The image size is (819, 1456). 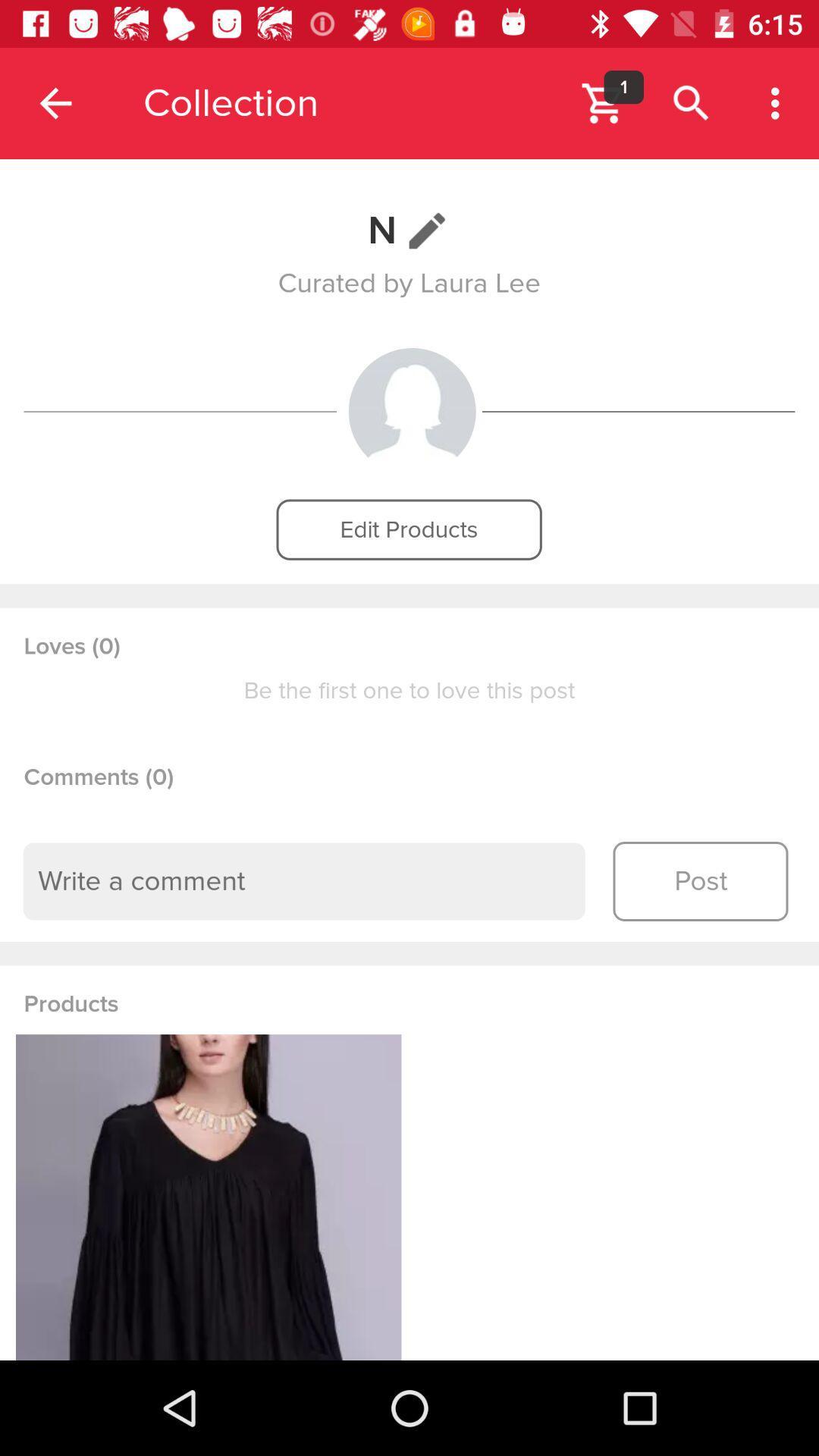 I want to click on the icon above the products item, so click(x=304, y=881).